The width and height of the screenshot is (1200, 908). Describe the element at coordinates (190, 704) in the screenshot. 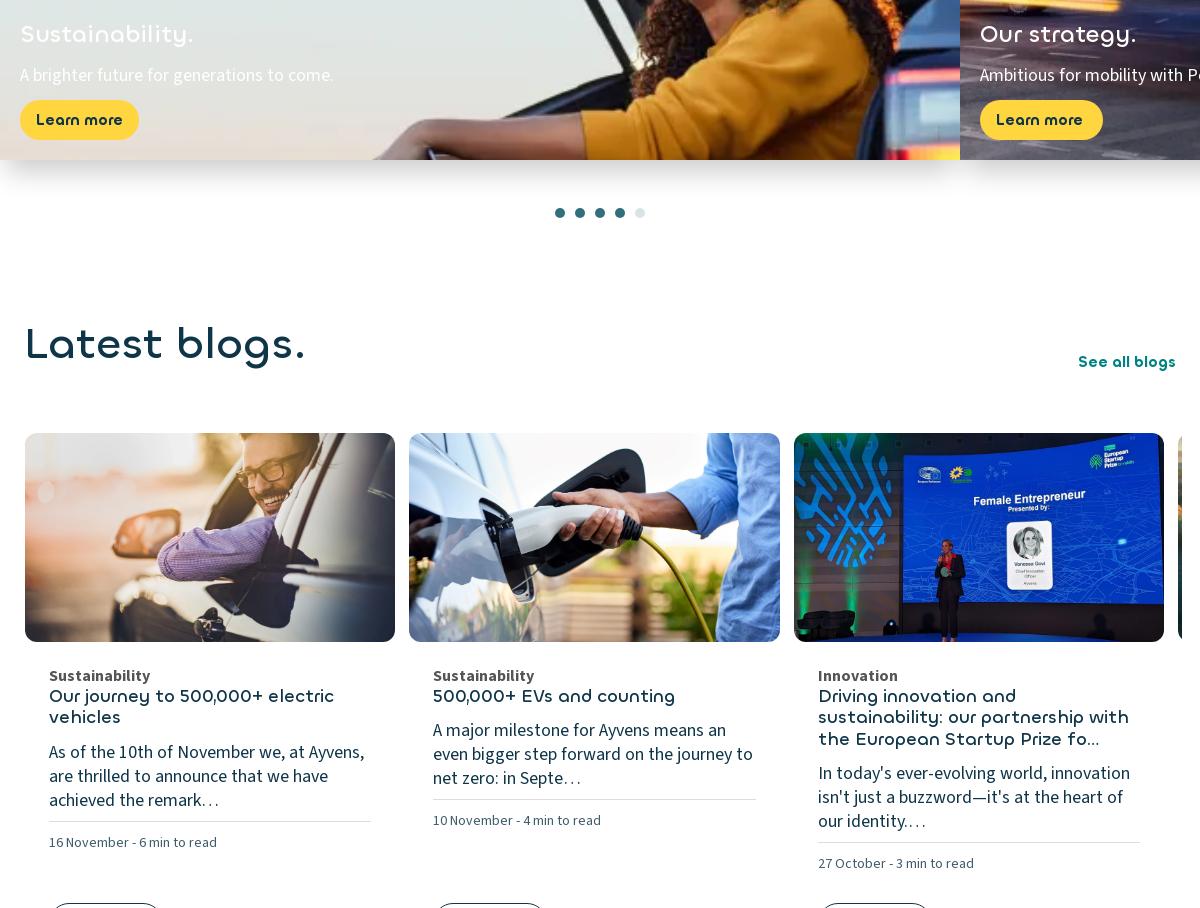

I see `'Our journey to 500,000+ electric vehicles'` at that location.